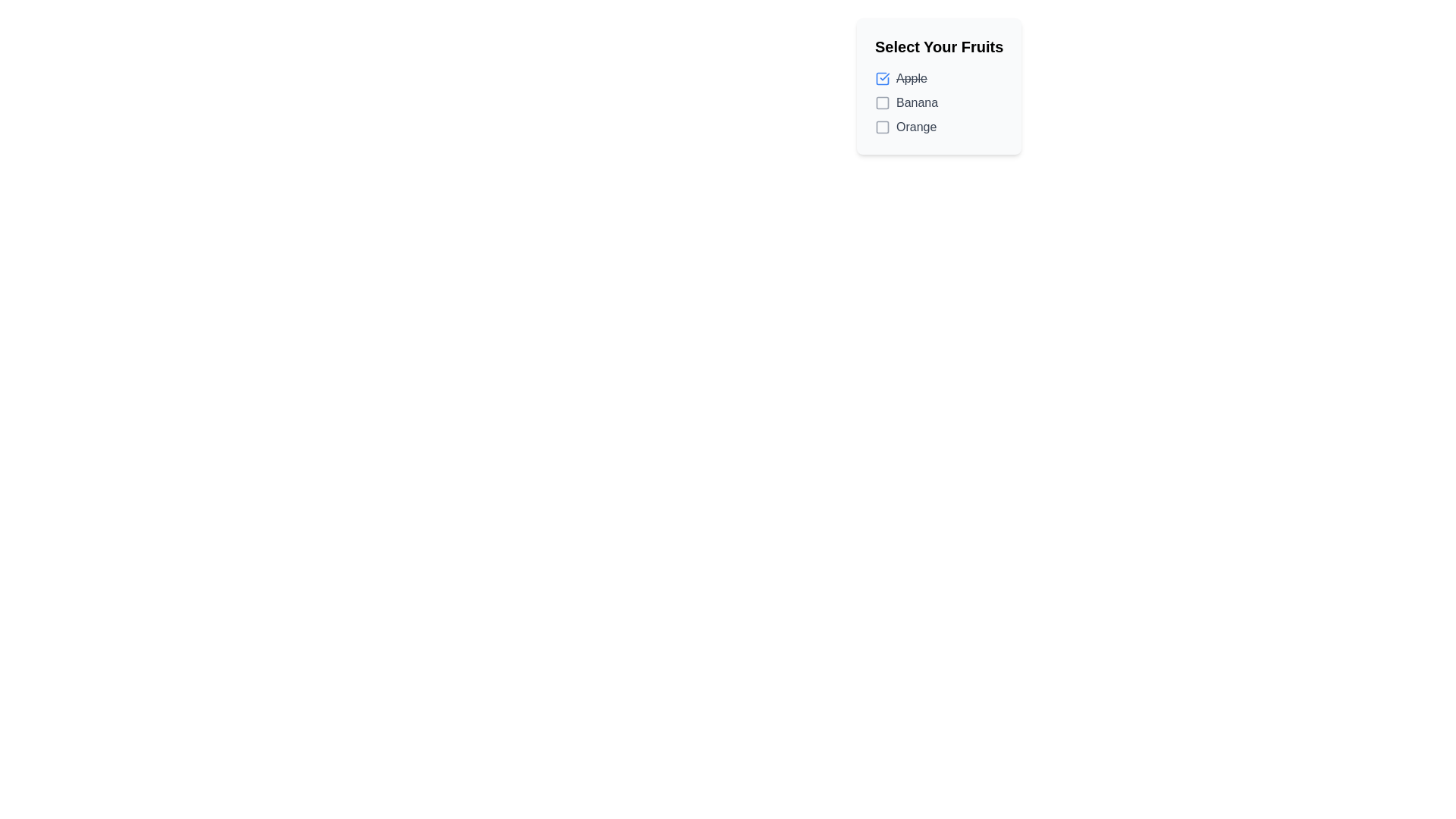  I want to click on the checkbox with a blue checkmark symbol next to 'Apple' under the 'Select Your Fruits' heading, so click(882, 79).